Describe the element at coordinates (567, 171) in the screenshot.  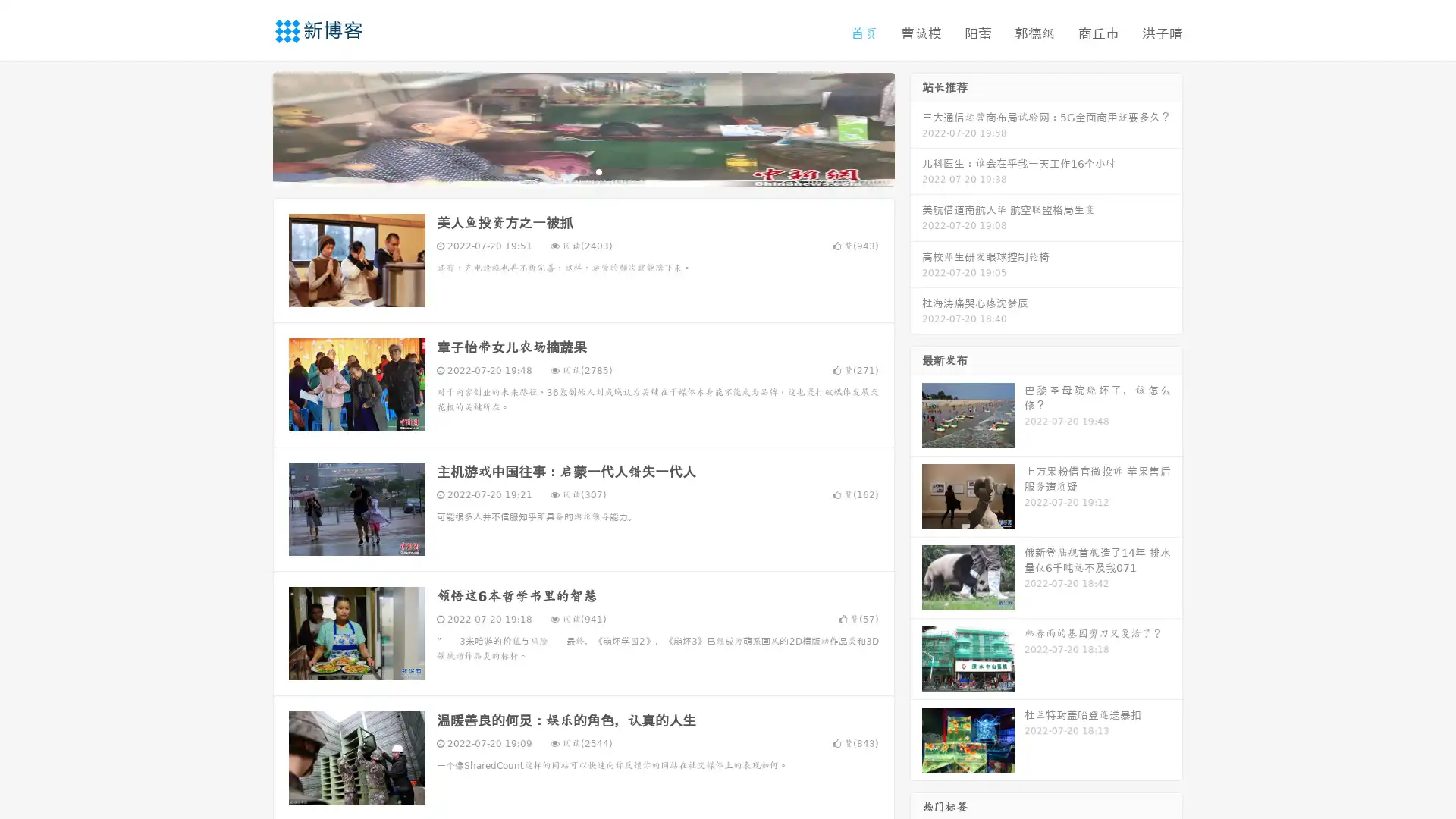
I see `Go to slide 1` at that location.